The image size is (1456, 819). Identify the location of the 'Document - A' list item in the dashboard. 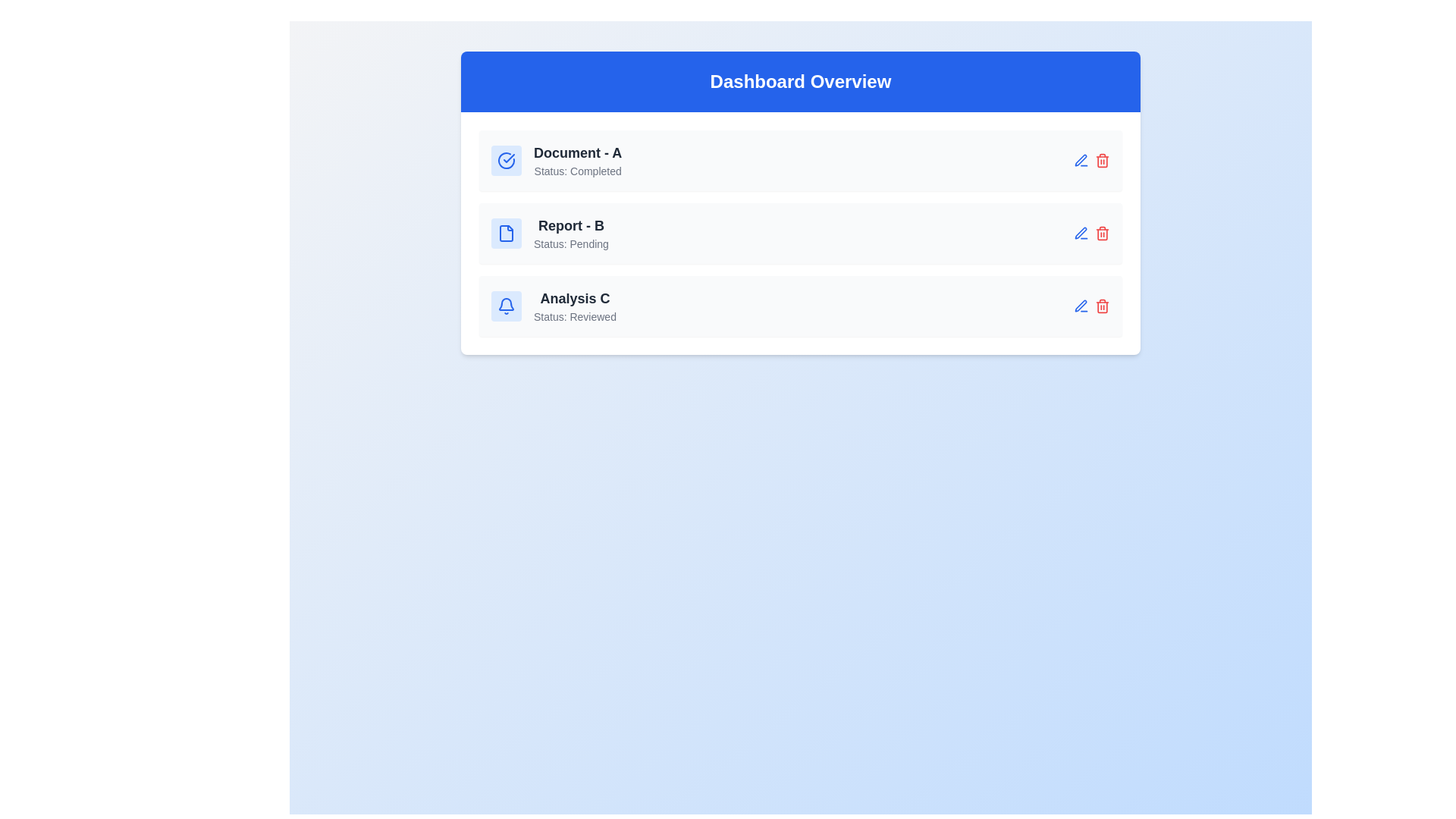
(800, 161).